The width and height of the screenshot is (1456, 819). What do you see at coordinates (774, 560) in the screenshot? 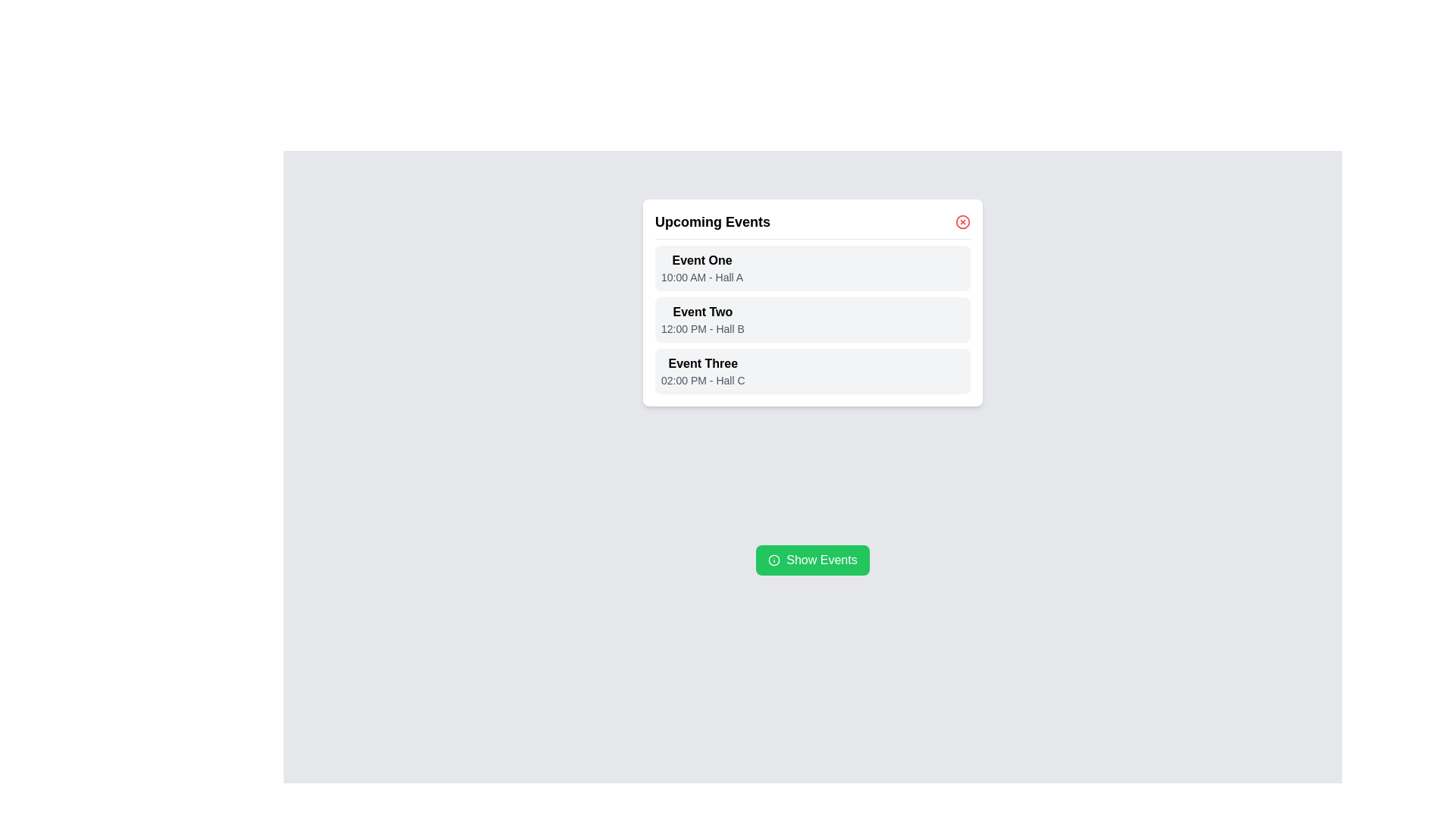
I see `the SVG graphical circle element that represents an informational icon near the 'Upcoming Events' title` at bounding box center [774, 560].